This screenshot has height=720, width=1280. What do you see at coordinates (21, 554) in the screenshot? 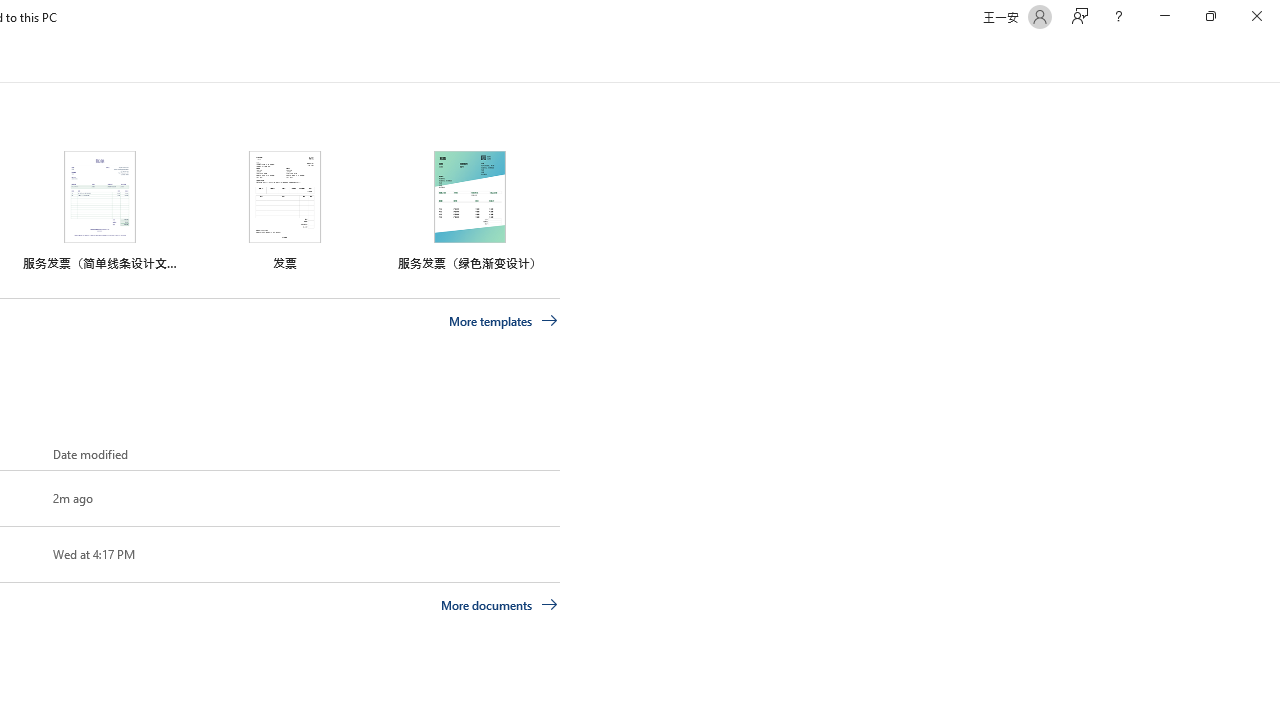
I see `'Pin this item to the list'` at bounding box center [21, 554].